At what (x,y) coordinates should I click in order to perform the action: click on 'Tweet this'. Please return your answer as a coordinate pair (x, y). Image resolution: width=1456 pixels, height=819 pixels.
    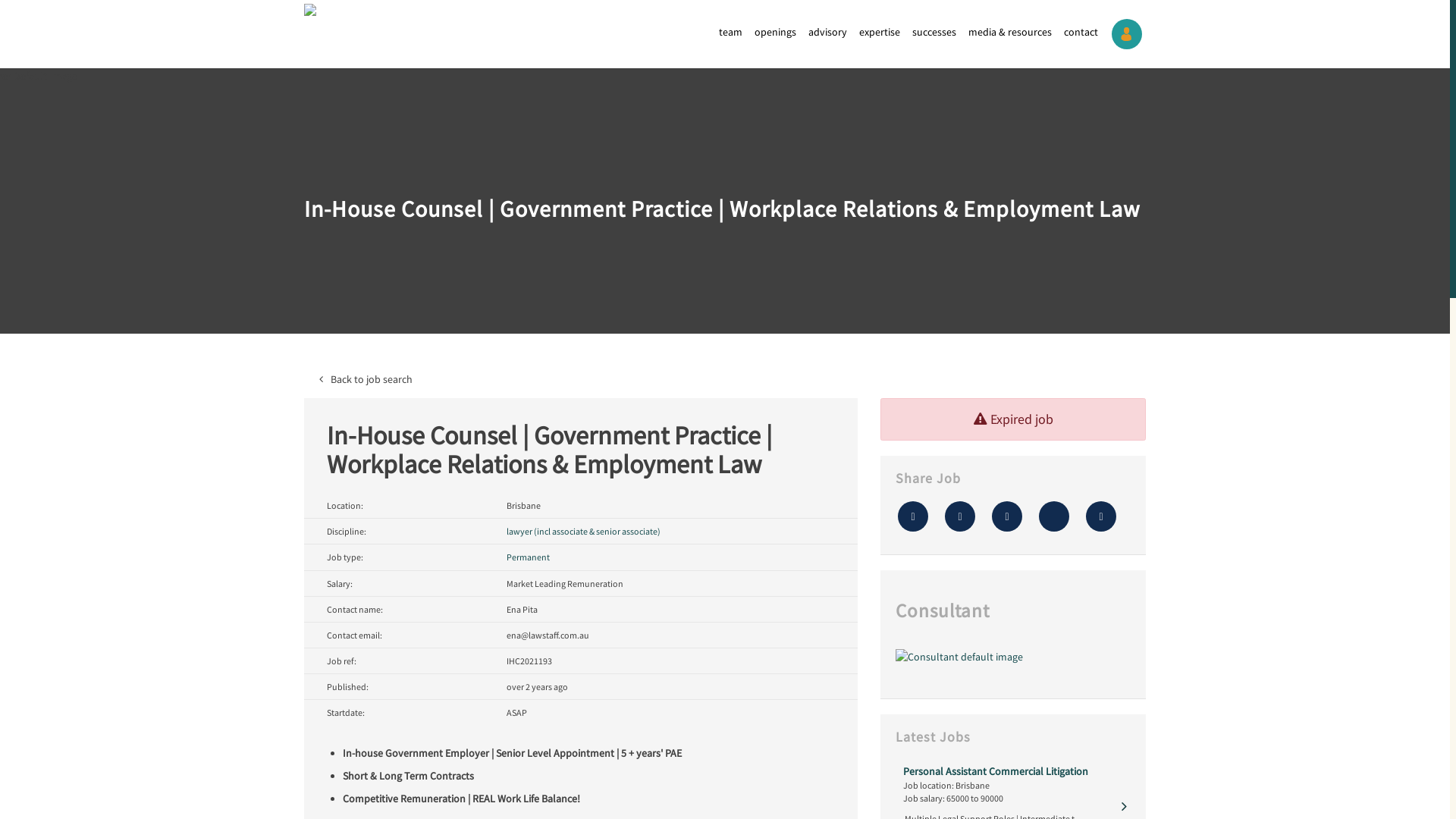
    Looking at the image, I should click on (959, 516).